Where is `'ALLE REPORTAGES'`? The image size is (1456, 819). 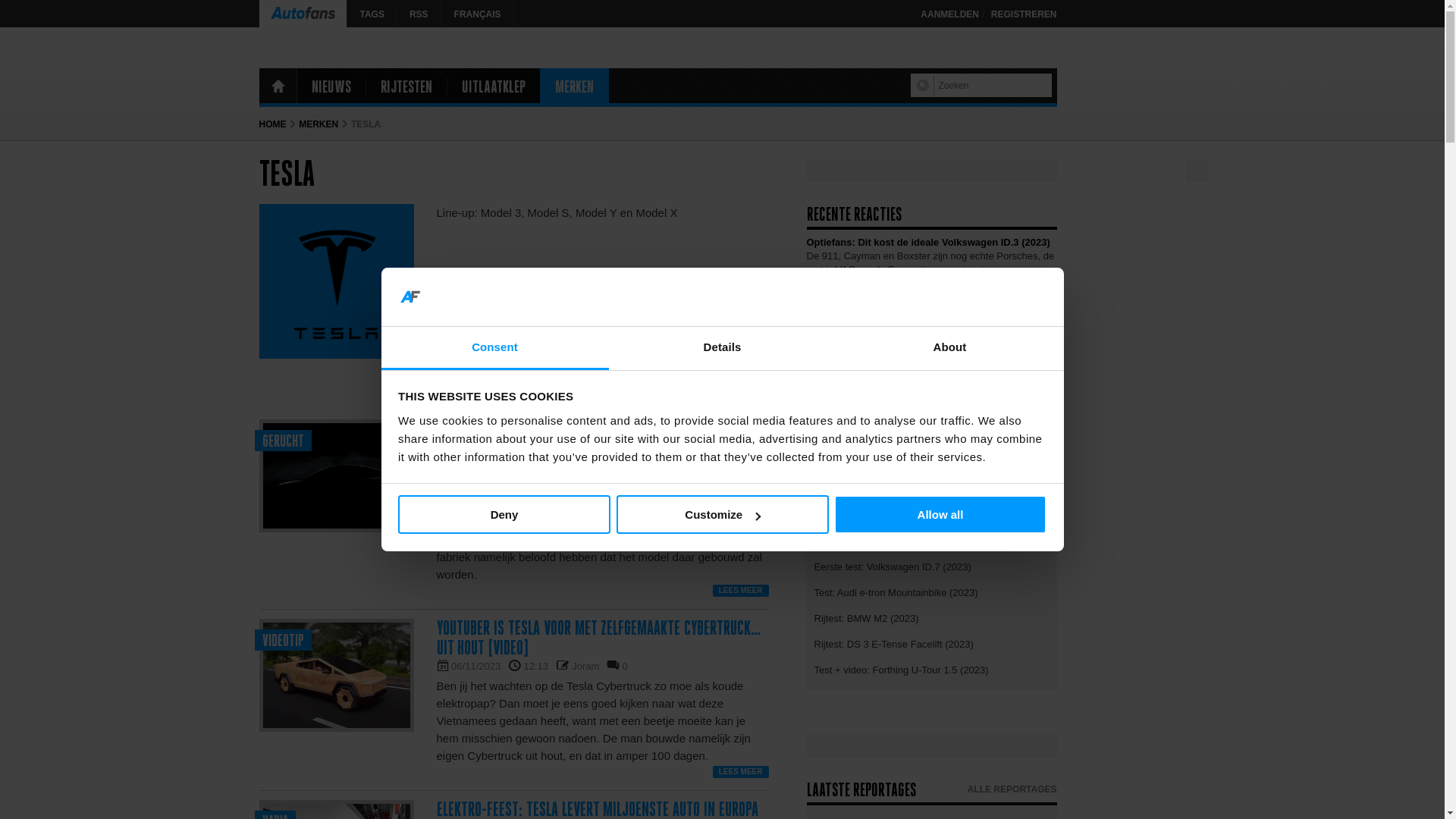 'ALLE REPORTAGES' is located at coordinates (1012, 789).